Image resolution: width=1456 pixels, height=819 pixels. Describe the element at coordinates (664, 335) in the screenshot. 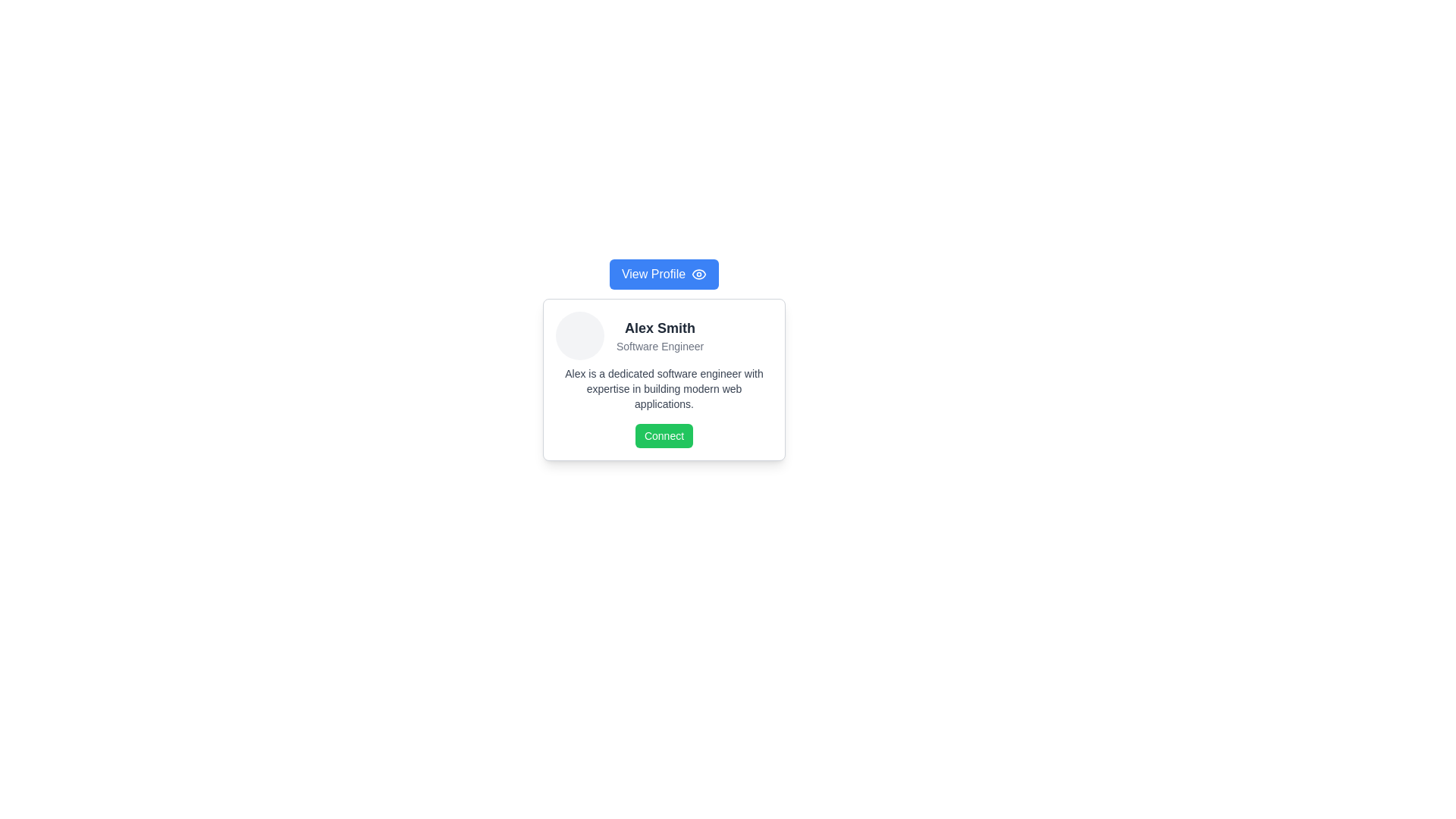

I see `the Profile header displaying the name 'Alex Smith' and role 'Software Engineer' to read the text` at that location.